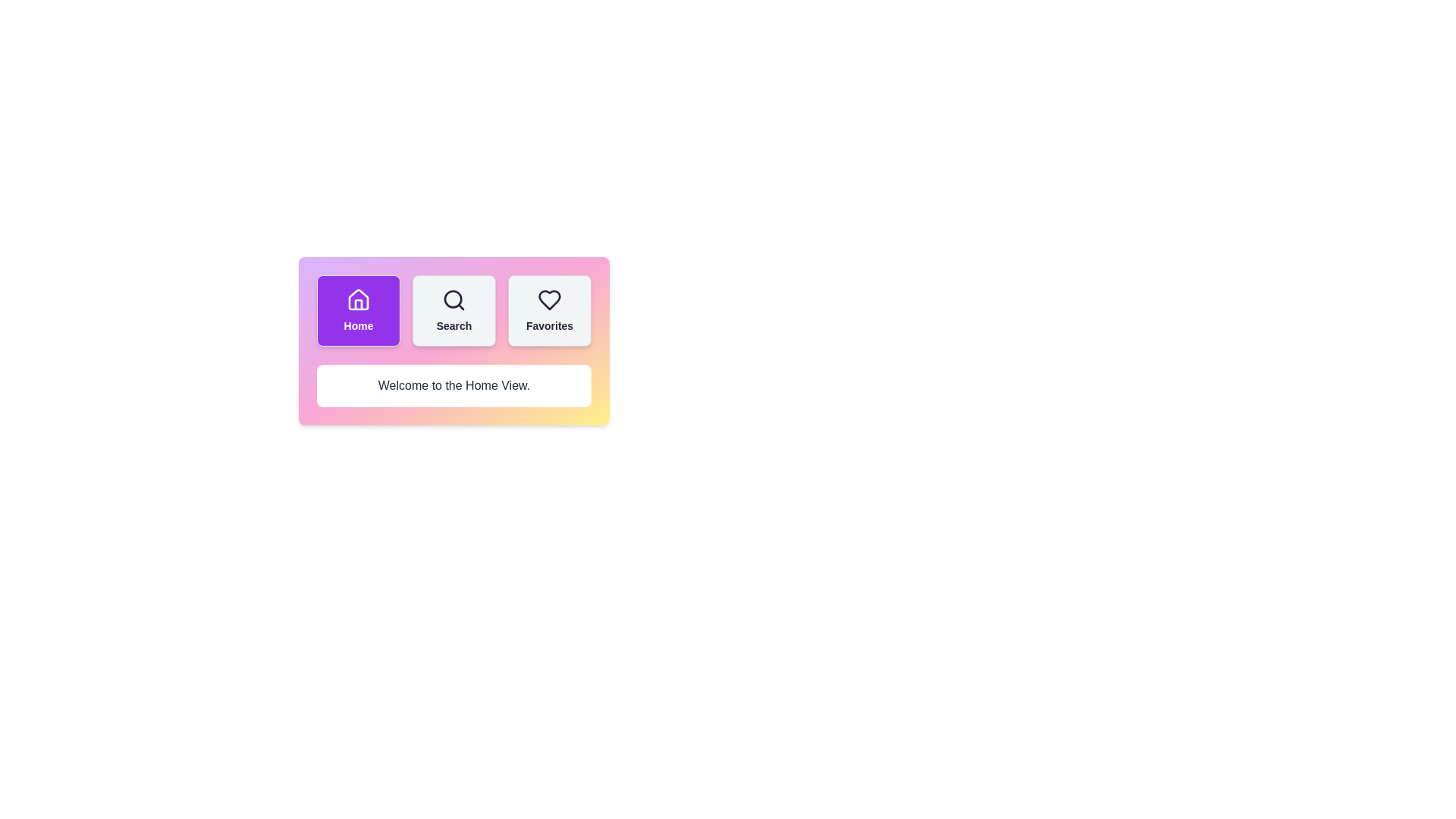 This screenshot has width=1456, height=819. I want to click on the middle button in the row of three buttons, so click(453, 309).